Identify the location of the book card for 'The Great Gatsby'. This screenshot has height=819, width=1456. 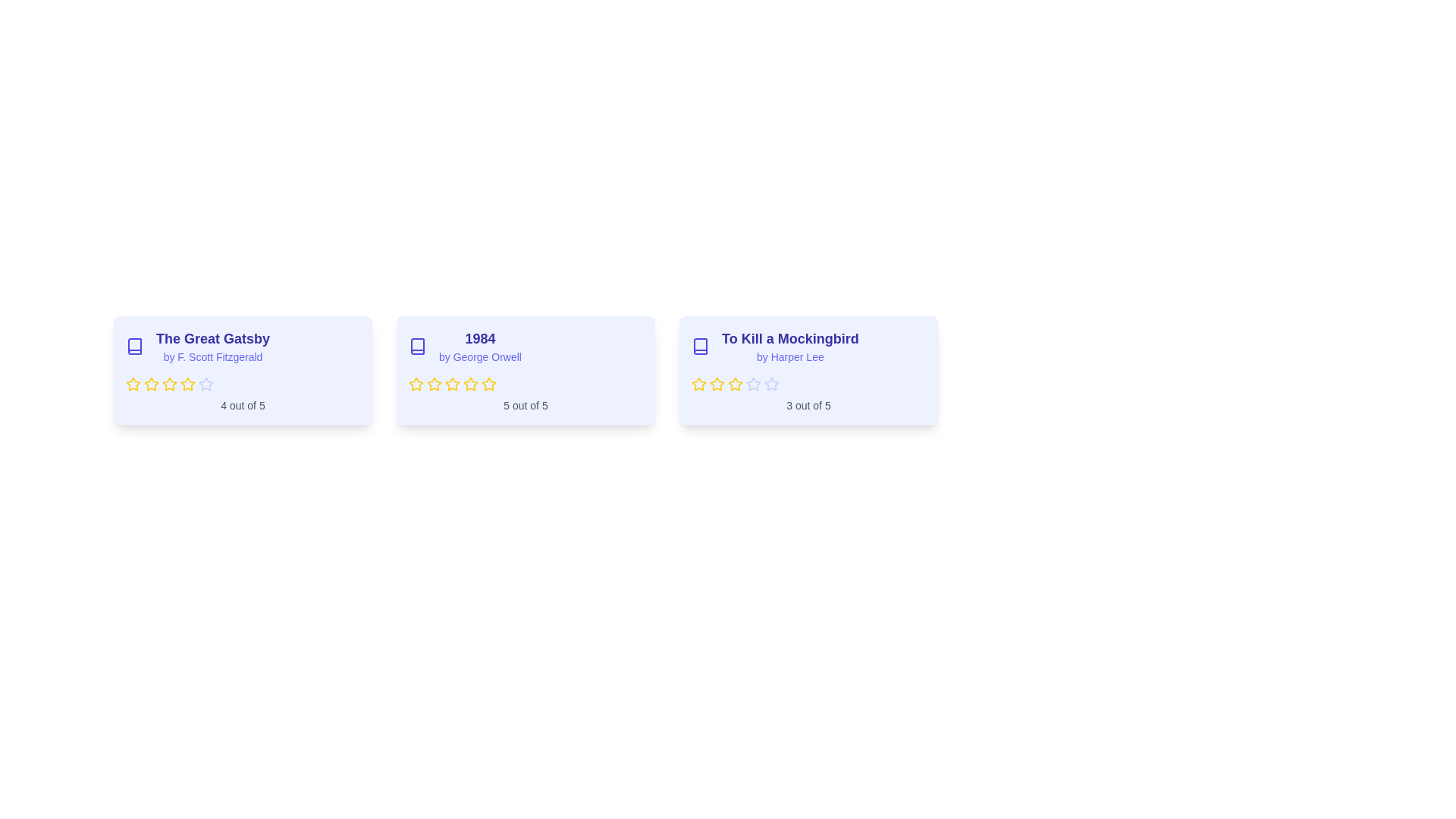
(243, 371).